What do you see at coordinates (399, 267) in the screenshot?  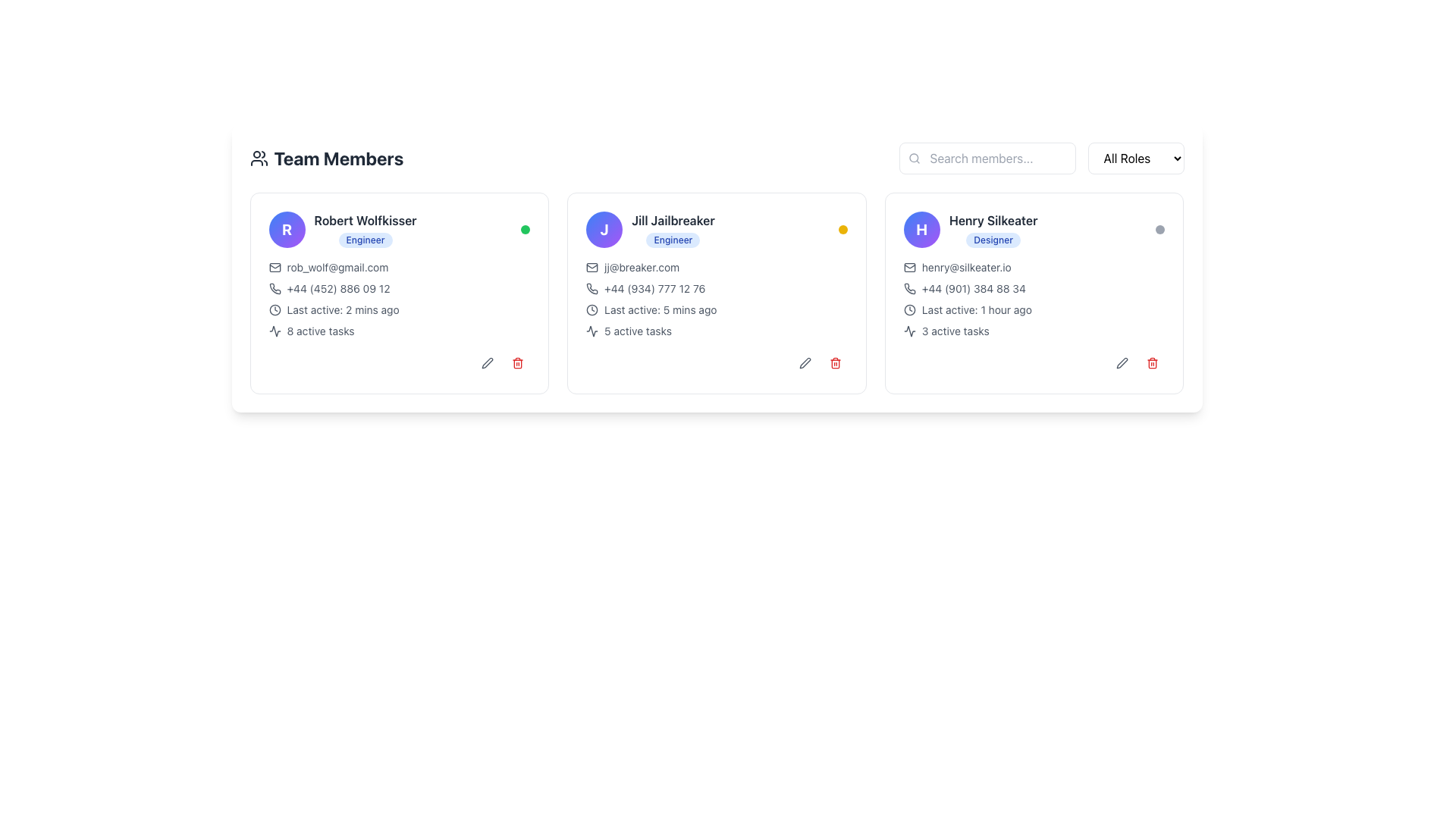 I see `the interactive email link 'rob_wolf@gmail.com' located under the 'Team Members' section to compose an email` at bounding box center [399, 267].